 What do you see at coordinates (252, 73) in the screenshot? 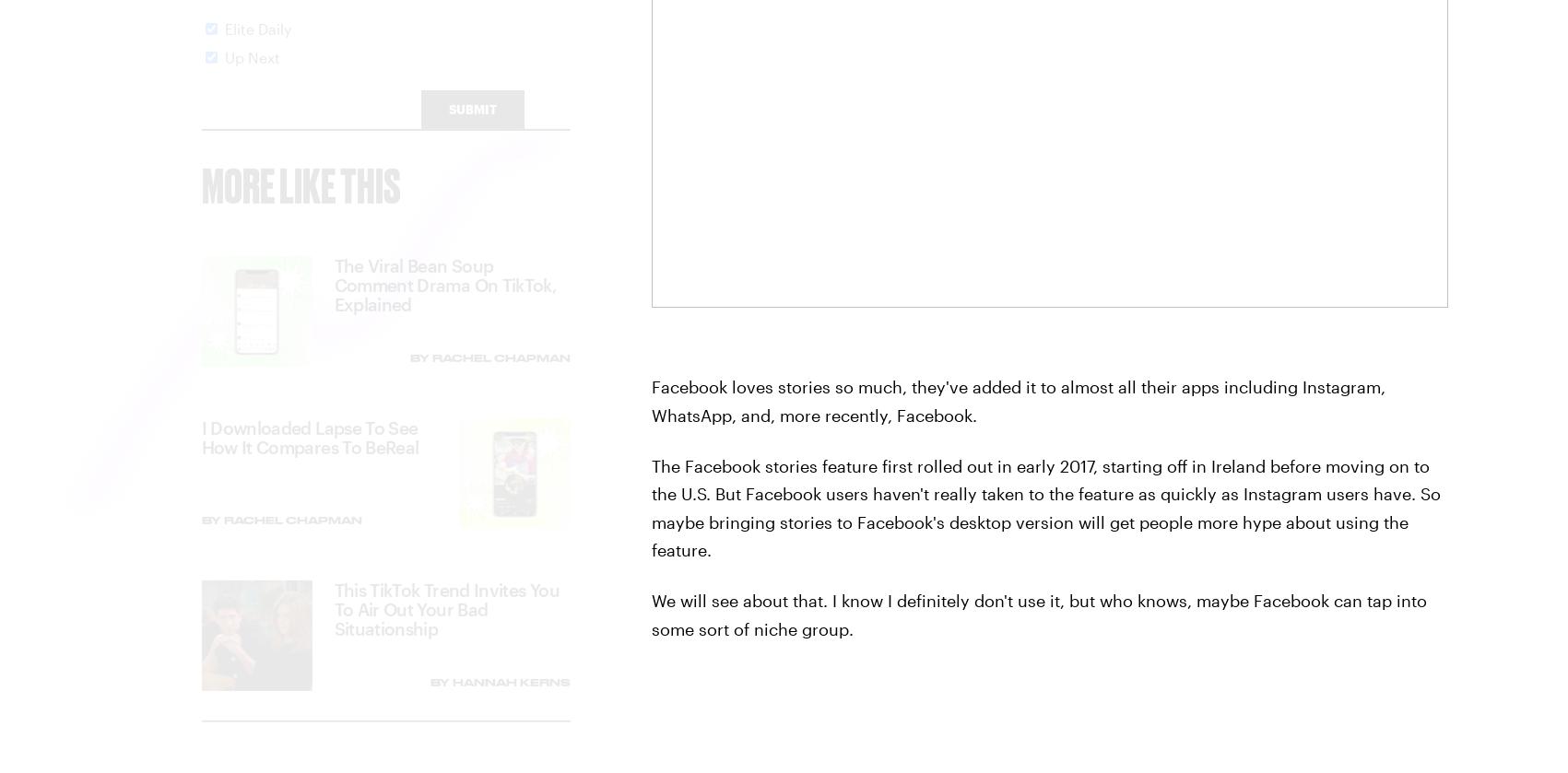
I see `'Up Next'` at bounding box center [252, 73].